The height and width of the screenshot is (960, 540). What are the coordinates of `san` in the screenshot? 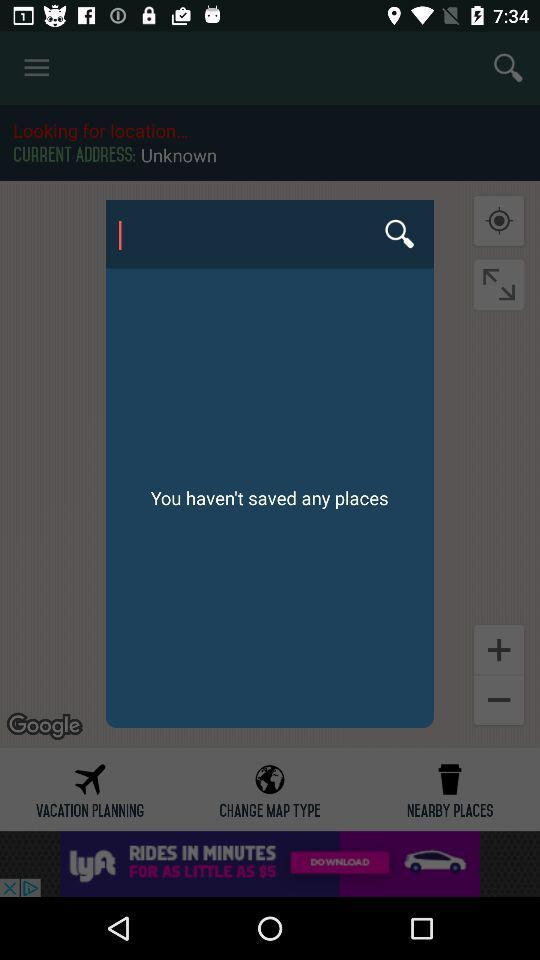 It's located at (269, 234).